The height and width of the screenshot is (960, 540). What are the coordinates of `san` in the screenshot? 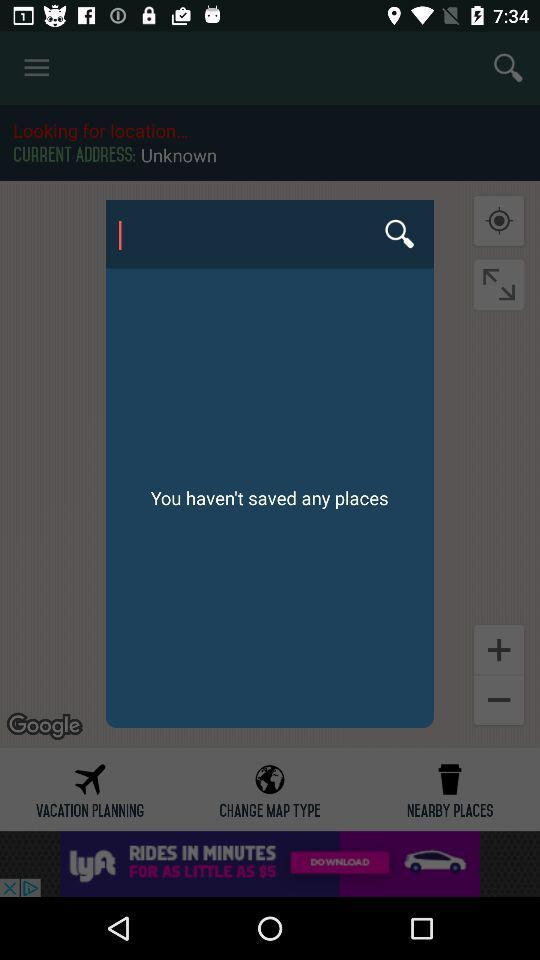 It's located at (269, 234).